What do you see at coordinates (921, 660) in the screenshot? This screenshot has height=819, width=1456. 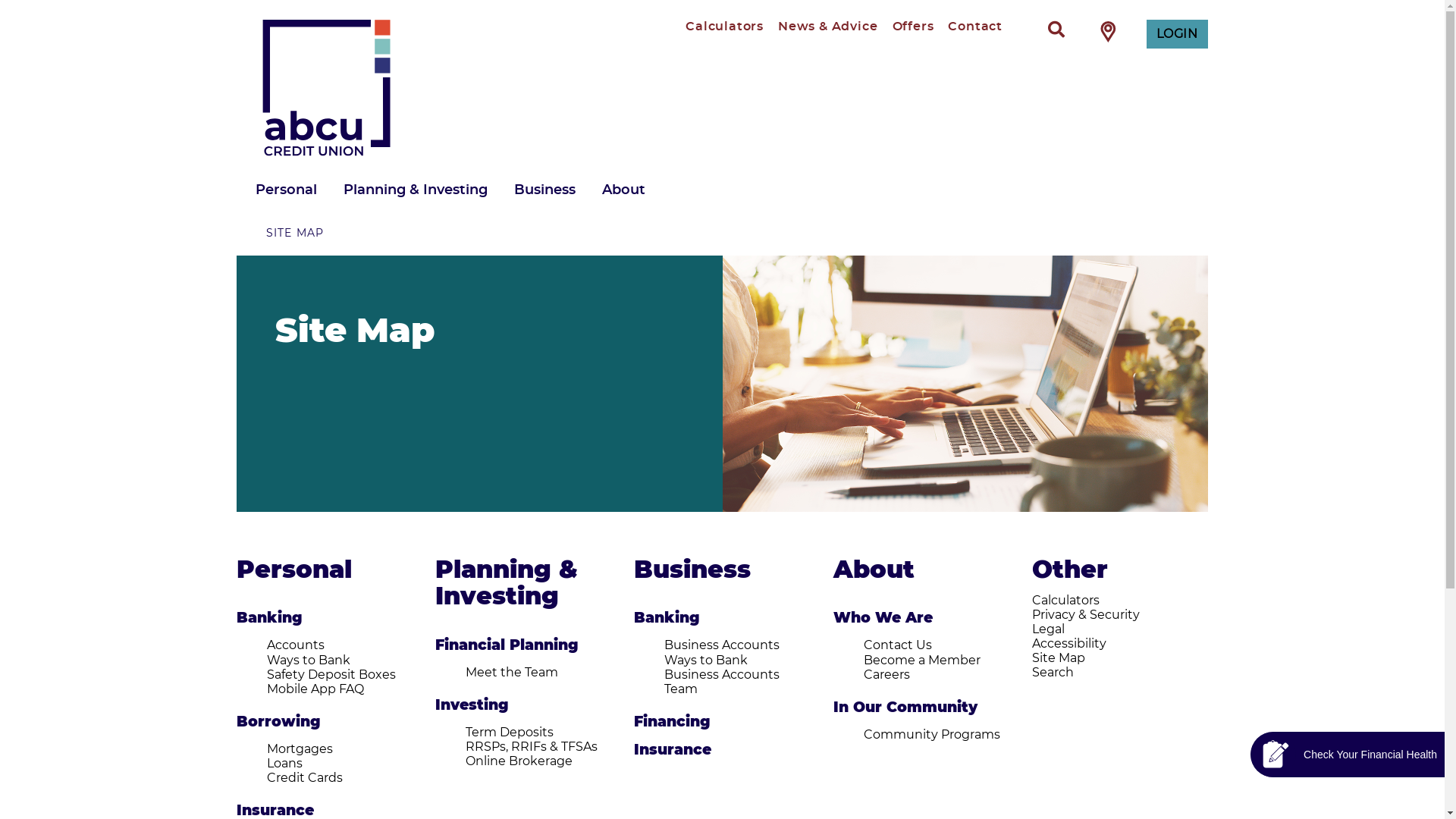 I see `'Become a Member'` at bounding box center [921, 660].